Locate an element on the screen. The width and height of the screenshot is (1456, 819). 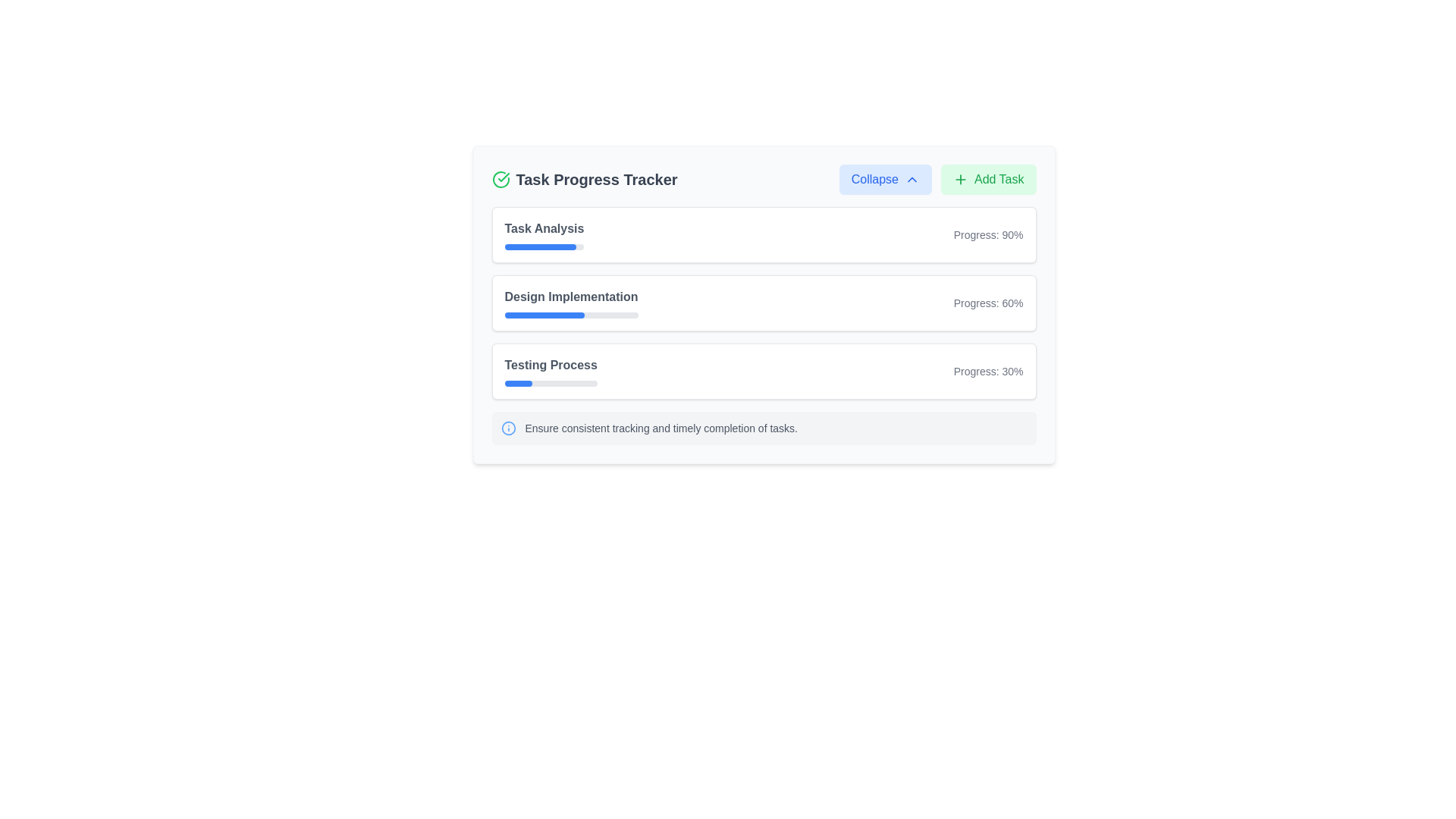
the filled portion of the progress bar, which is a blue horizontal indicator located under the 'Task Analysis' heading in the 'Task Progress Tracker' section is located at coordinates (540, 246).